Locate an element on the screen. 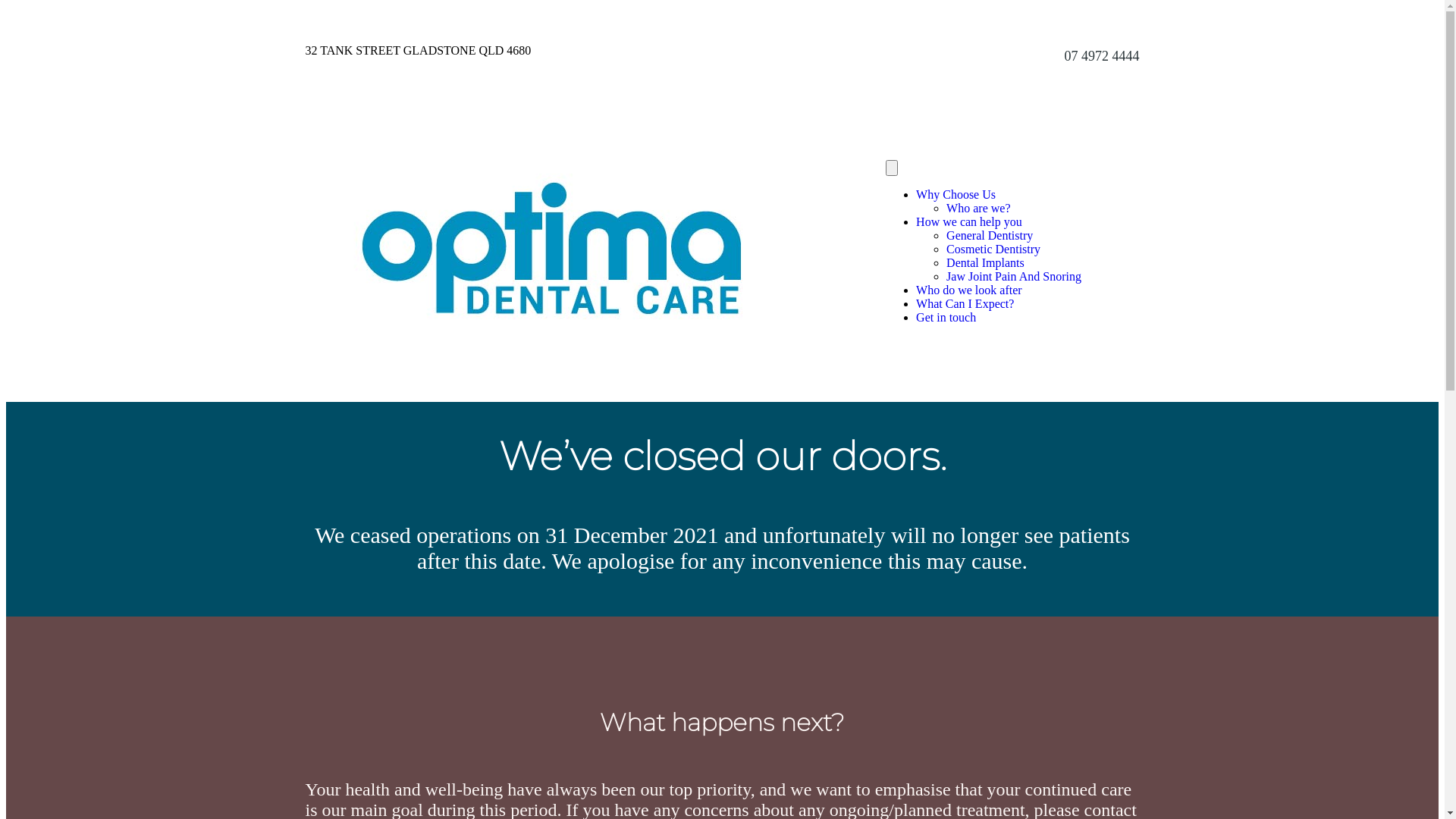  '07 4972 4444' is located at coordinates (1102, 55).